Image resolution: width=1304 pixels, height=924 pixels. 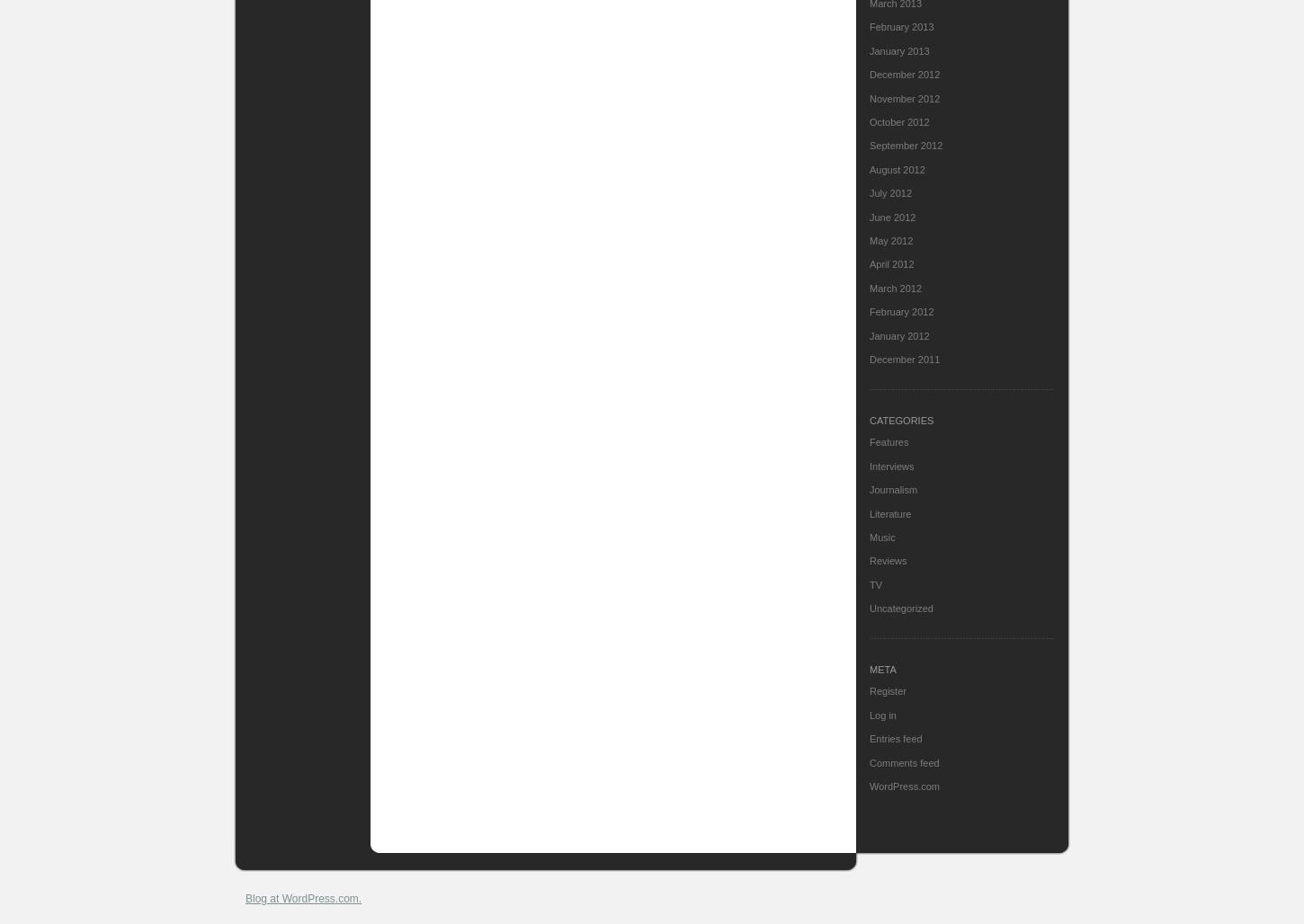 I want to click on 'July 2012', so click(x=890, y=191).